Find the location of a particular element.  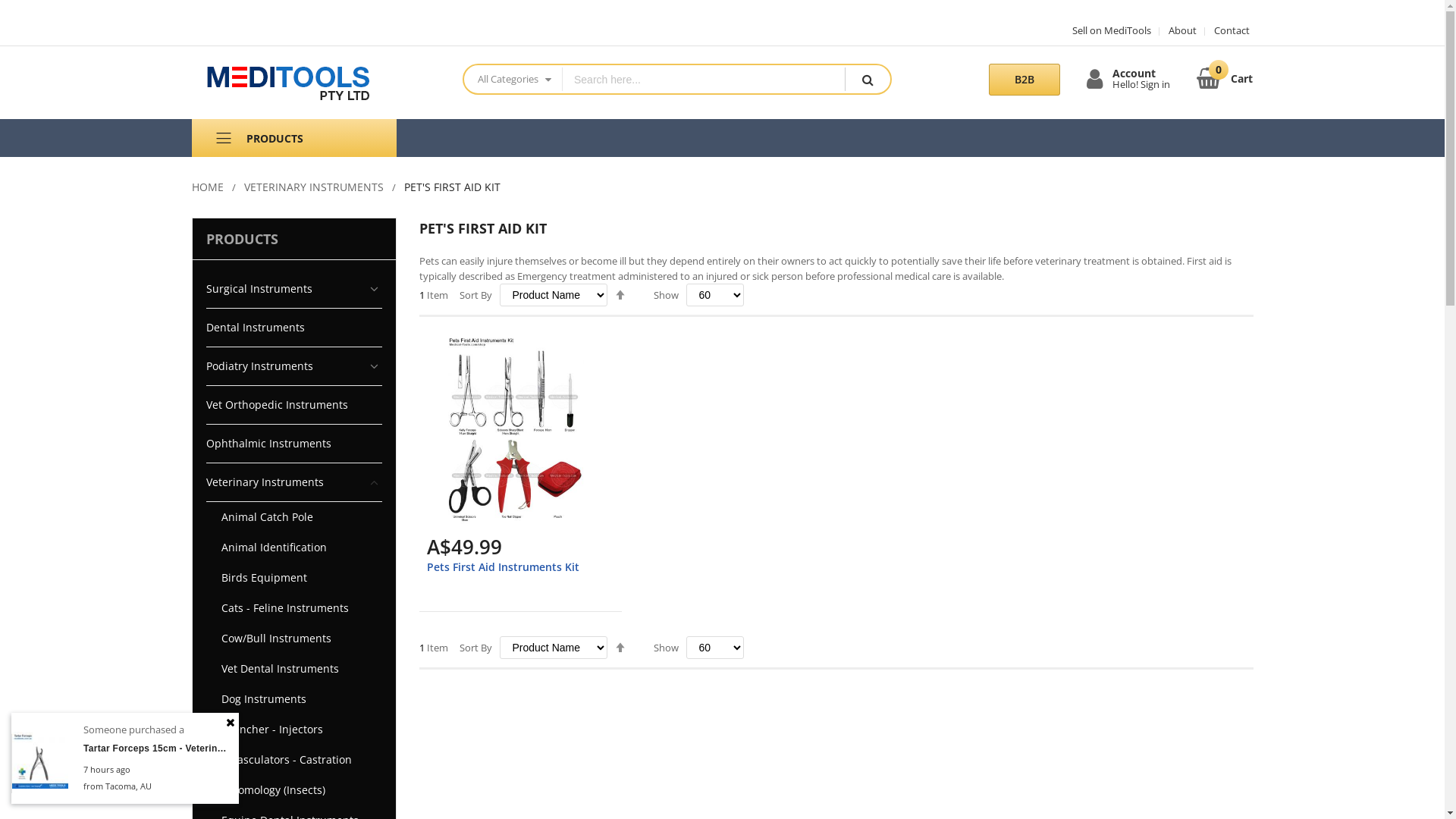

'Veterinary Instruments' is located at coordinates (294, 482).